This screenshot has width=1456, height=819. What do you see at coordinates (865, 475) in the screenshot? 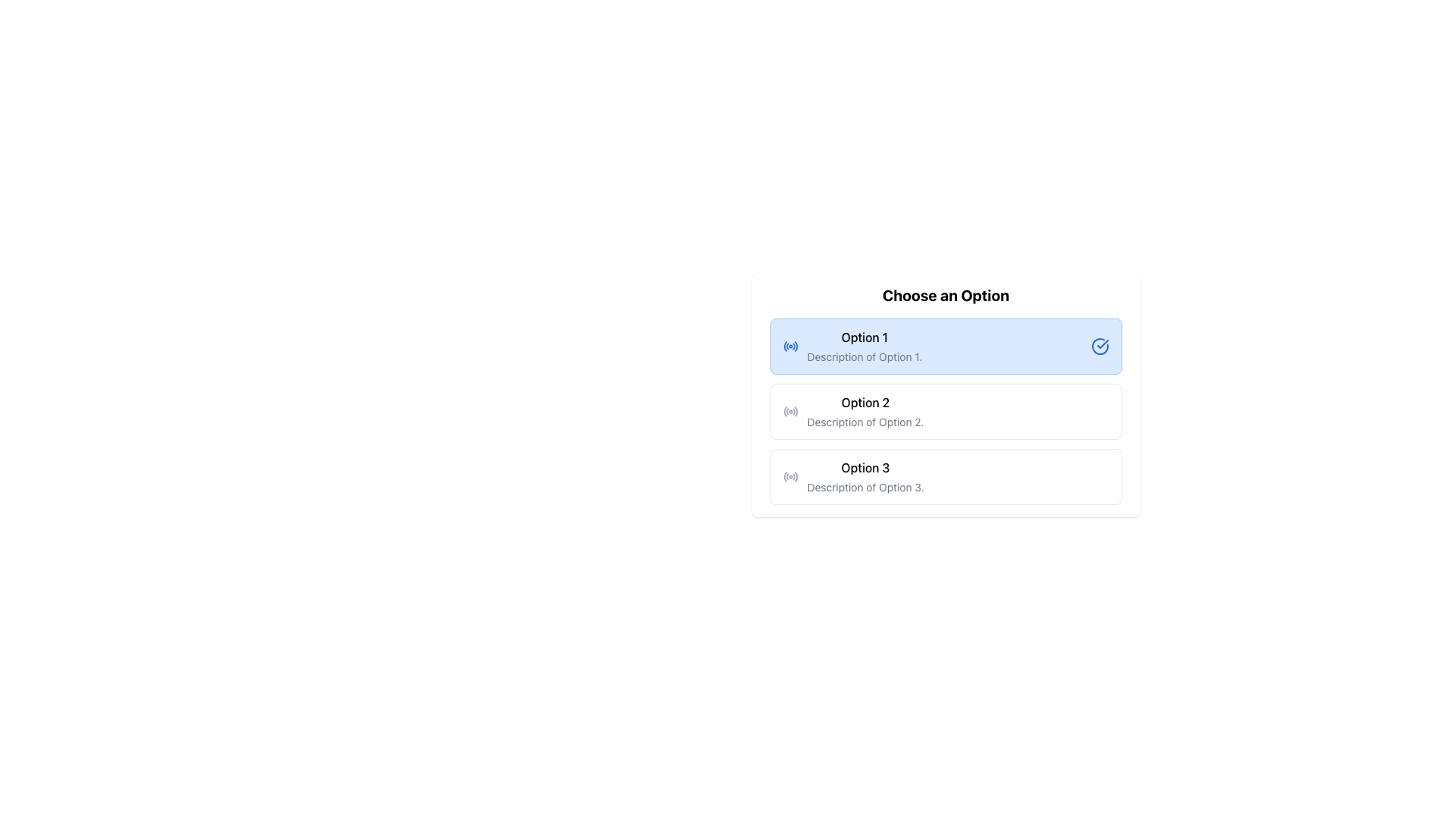
I see `the third selectable item in the 'Choose an Option' list, which provides details about the selection represented by its text` at bounding box center [865, 475].